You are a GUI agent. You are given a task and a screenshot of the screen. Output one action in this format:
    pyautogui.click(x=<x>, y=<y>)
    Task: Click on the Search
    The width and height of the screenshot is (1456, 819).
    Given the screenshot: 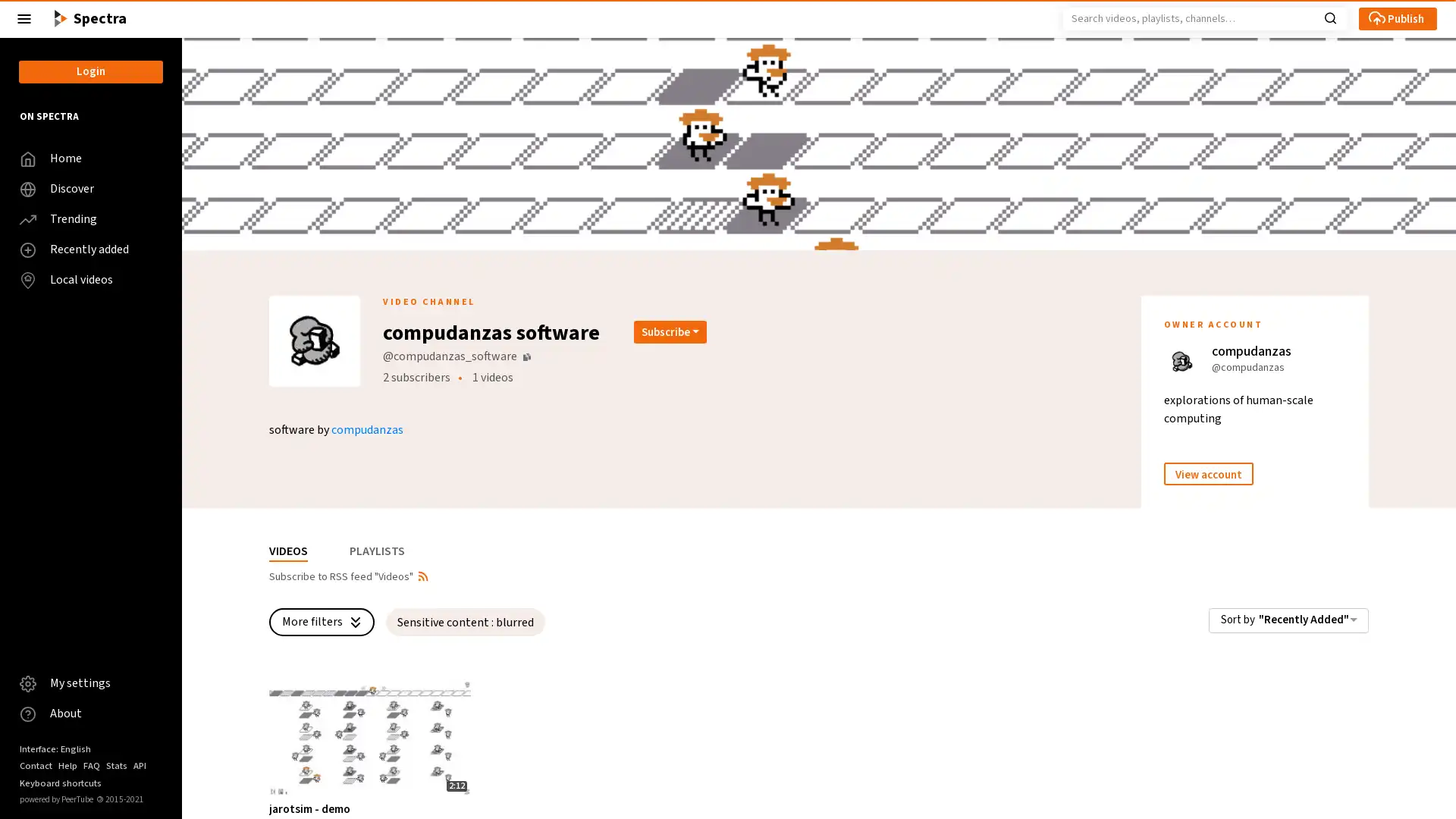 What is the action you would take?
    pyautogui.click(x=1329, y=17)
    